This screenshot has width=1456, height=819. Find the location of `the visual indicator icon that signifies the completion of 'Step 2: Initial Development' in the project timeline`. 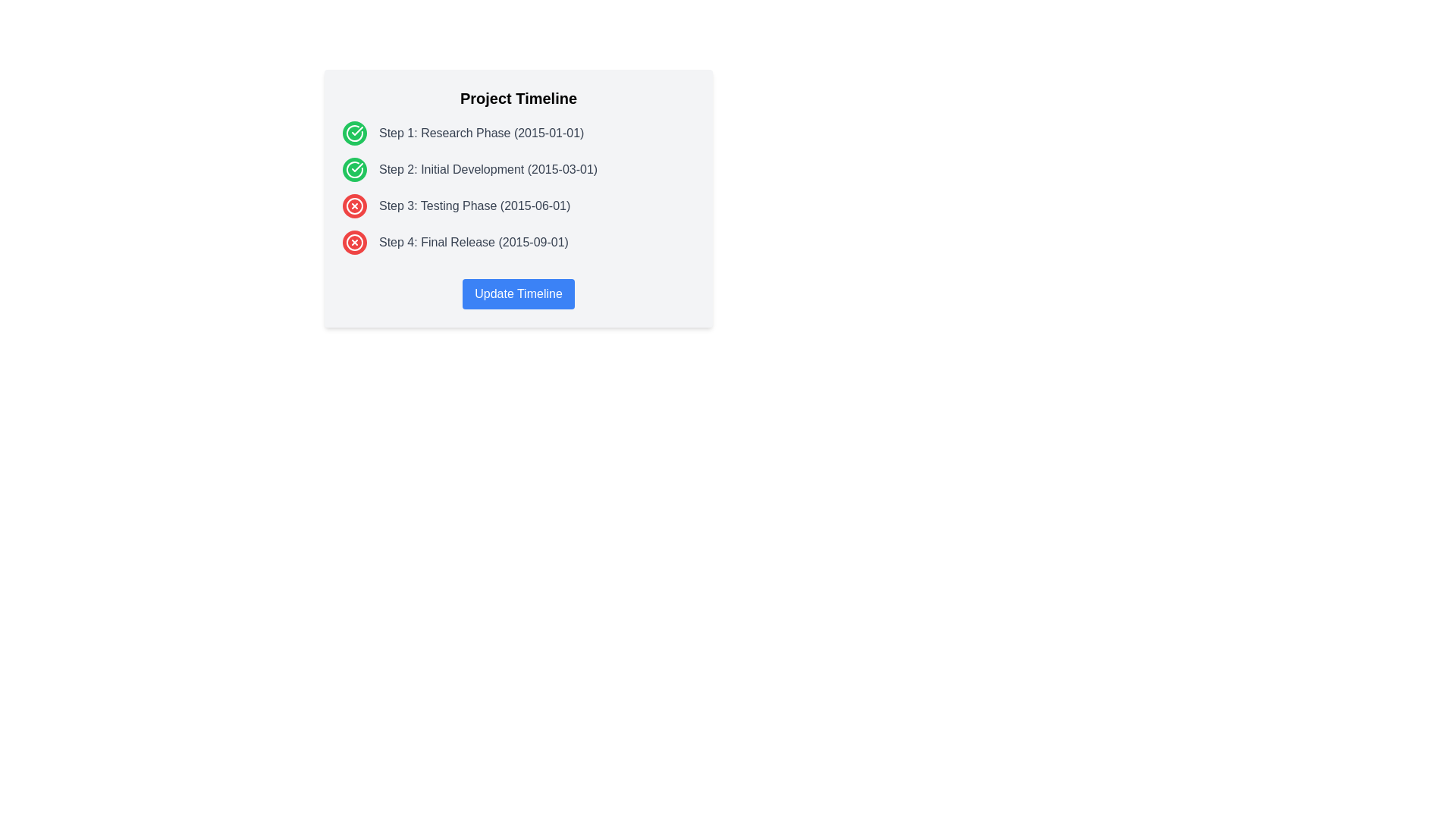

the visual indicator icon that signifies the completion of 'Step 2: Initial Development' in the project timeline is located at coordinates (353, 169).